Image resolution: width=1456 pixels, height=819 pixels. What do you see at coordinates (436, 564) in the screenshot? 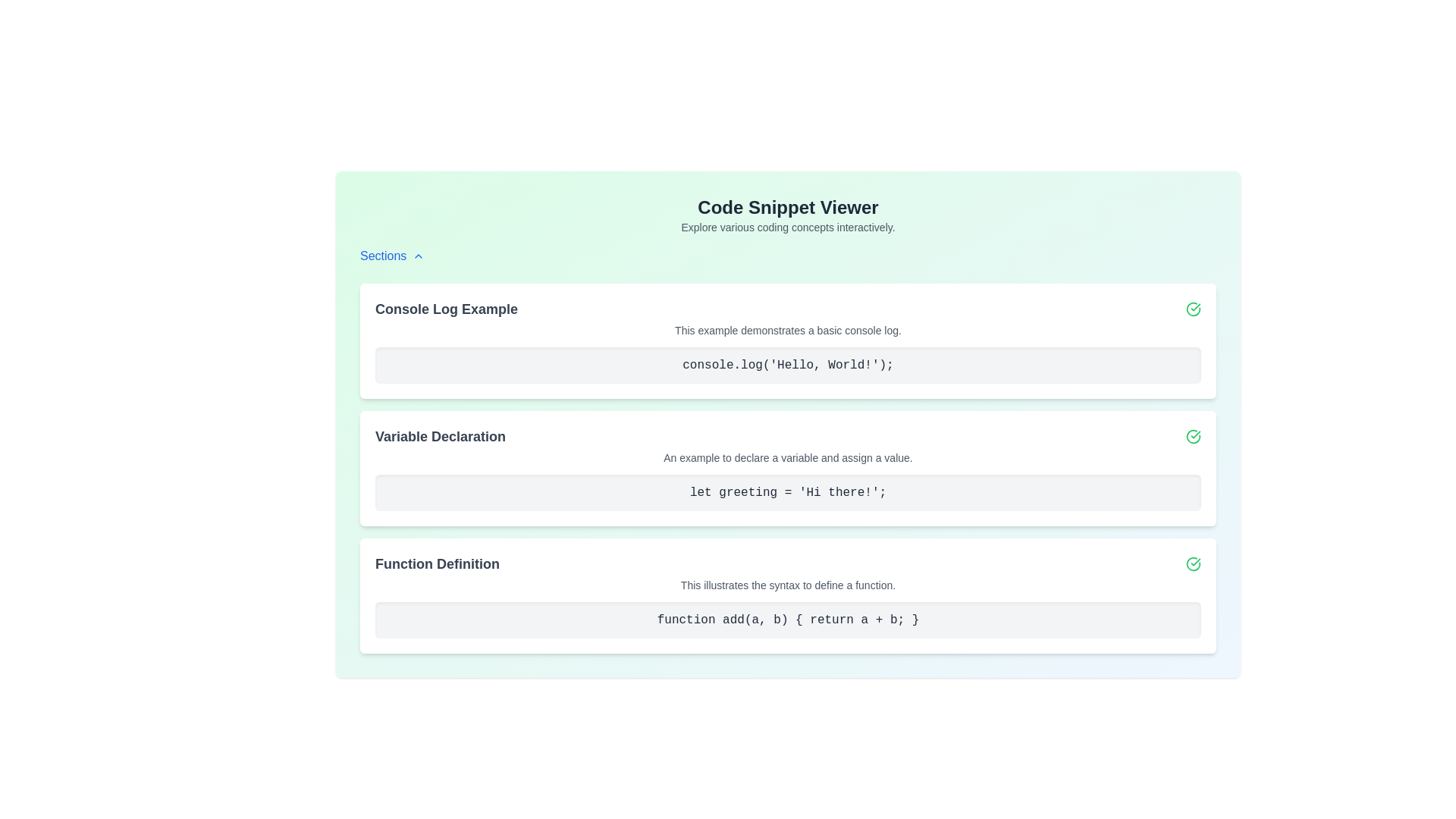
I see `the 'Function Definition' text label, which is styled in bold, large font and located in the lower section of the main content area` at bounding box center [436, 564].